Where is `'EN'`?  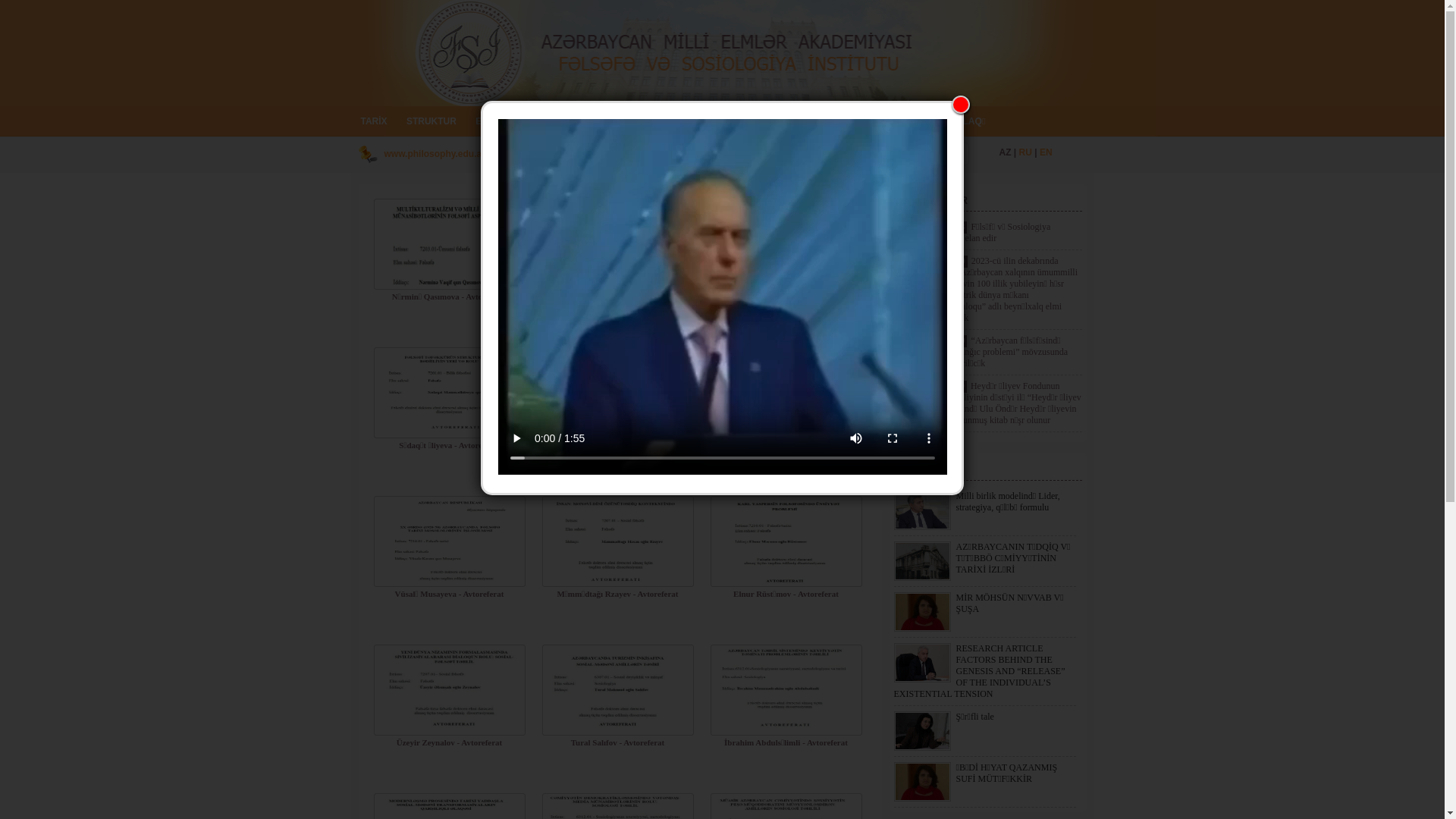 'EN' is located at coordinates (1045, 152).